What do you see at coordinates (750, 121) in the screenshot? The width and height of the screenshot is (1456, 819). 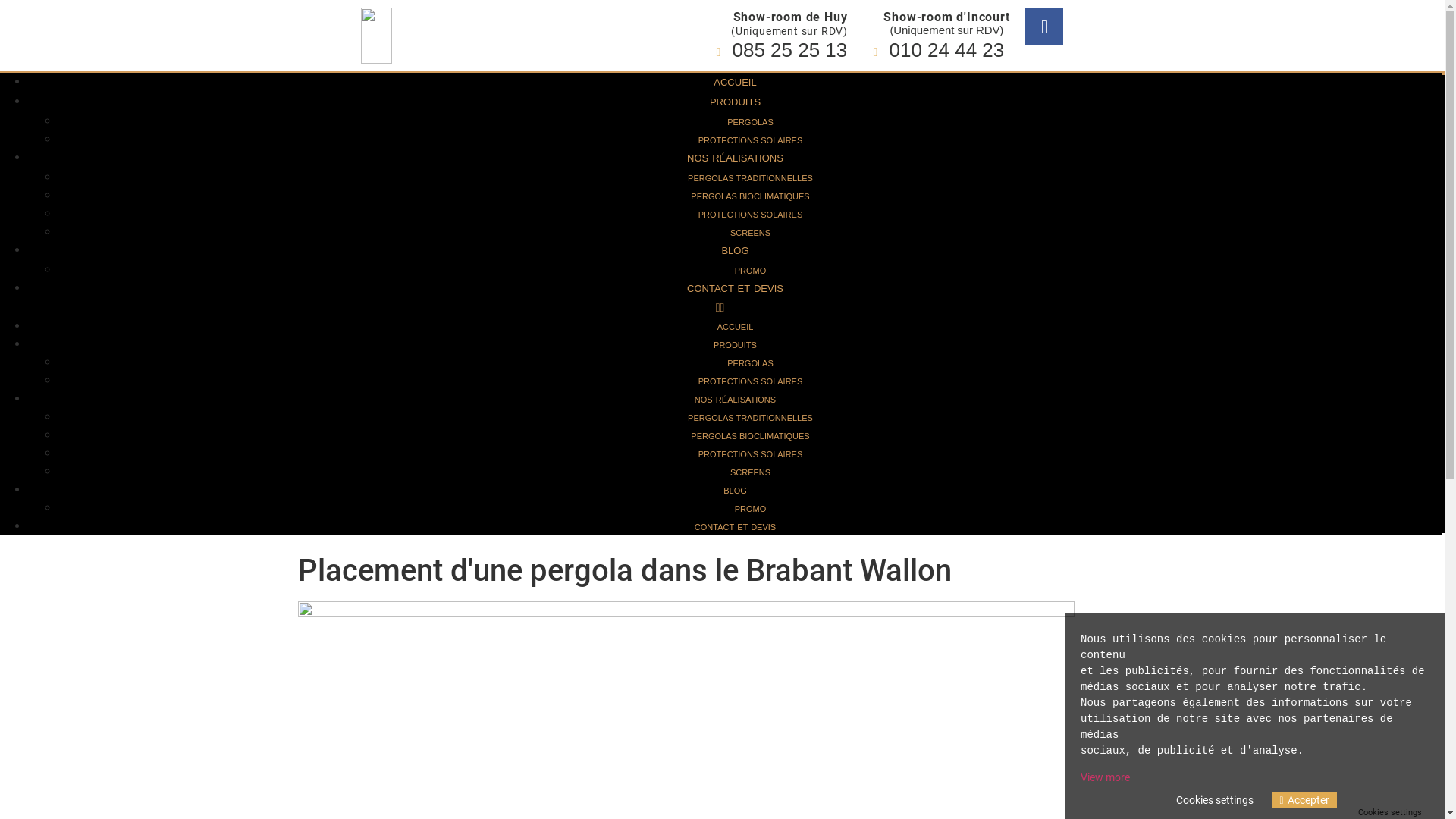 I see `'PERGOLAS'` at bounding box center [750, 121].